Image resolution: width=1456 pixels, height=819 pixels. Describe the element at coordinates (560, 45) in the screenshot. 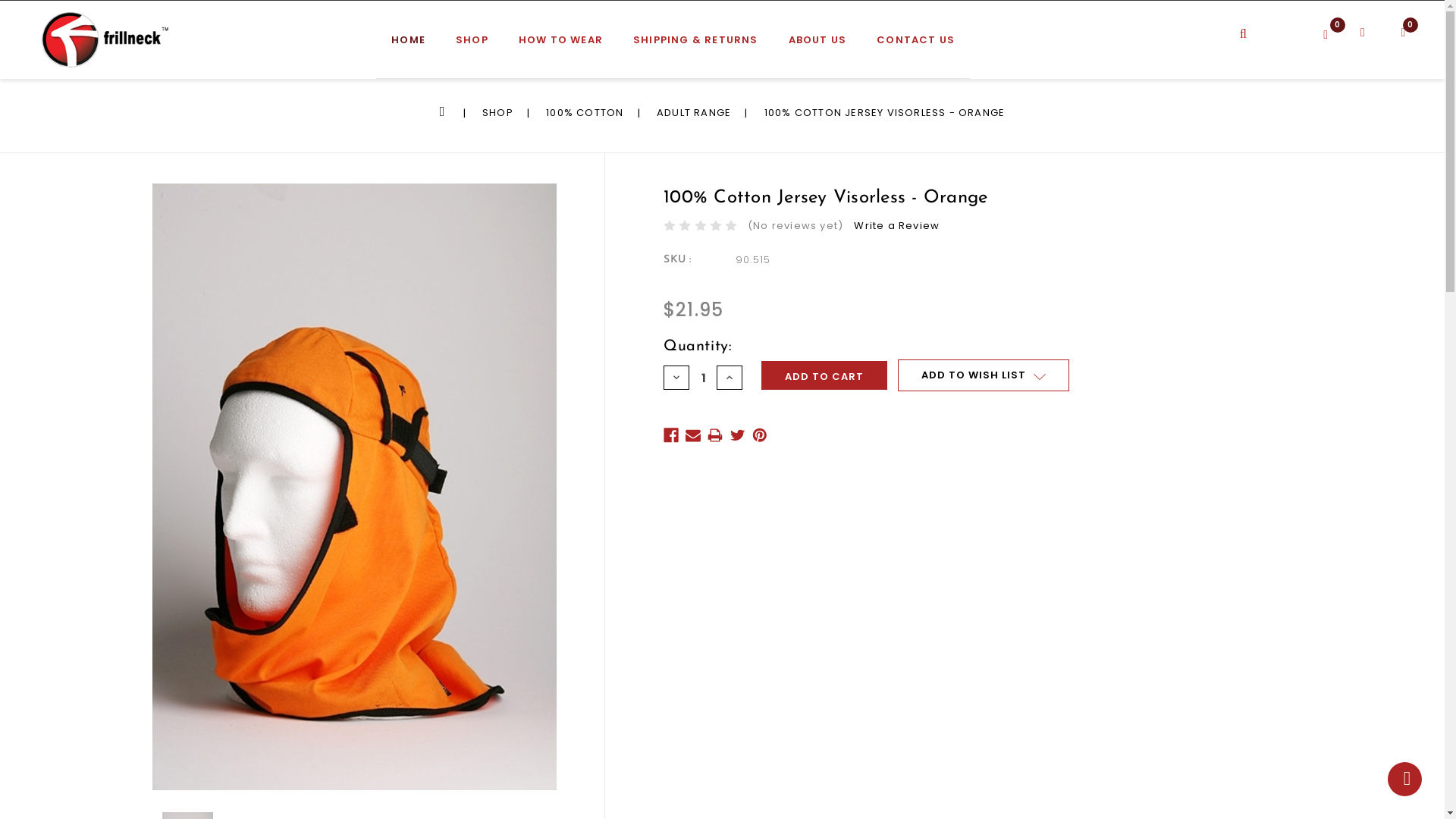

I see `'HOW TO WEAR'` at that location.